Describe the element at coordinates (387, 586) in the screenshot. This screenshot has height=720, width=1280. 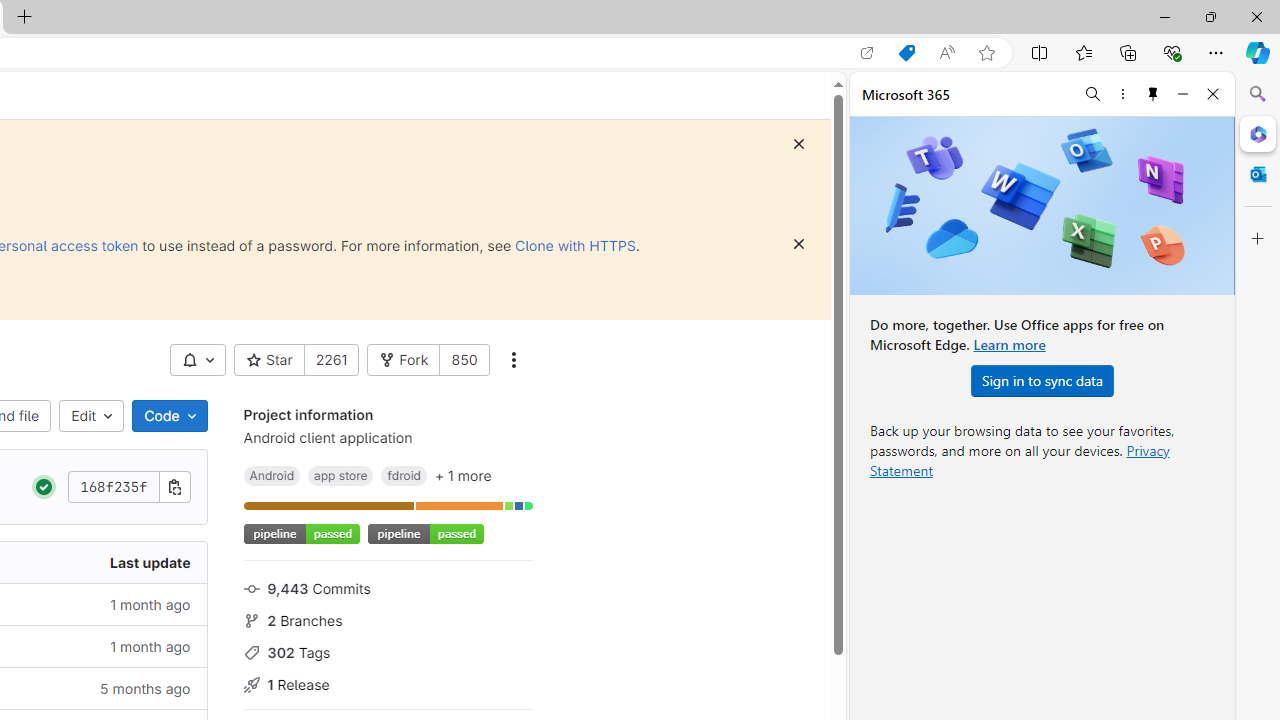
I see `'9,443 Commits'` at that location.